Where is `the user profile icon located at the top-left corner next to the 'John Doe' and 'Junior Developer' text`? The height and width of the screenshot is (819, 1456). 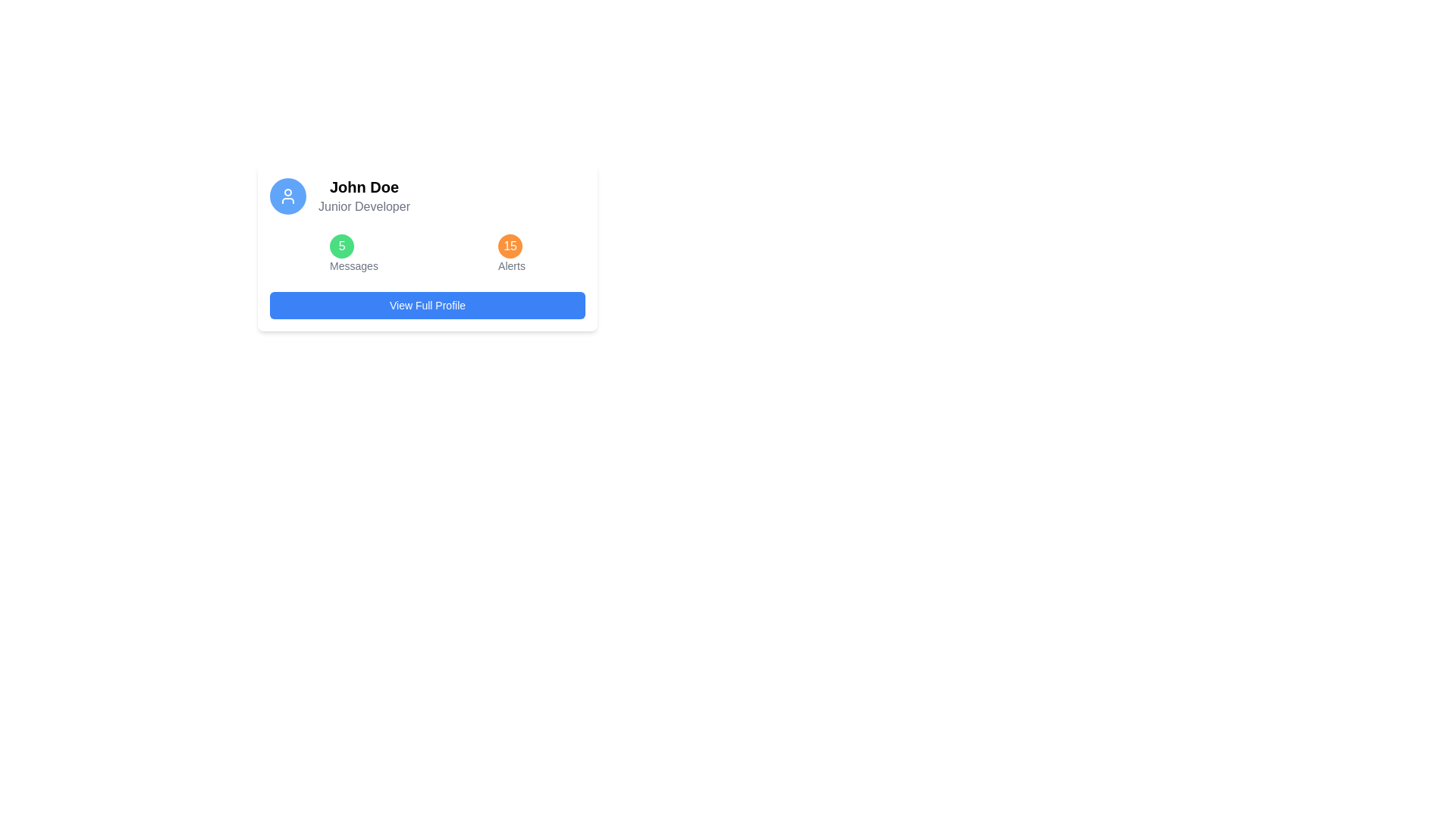
the user profile icon located at the top-left corner next to the 'John Doe' and 'Junior Developer' text is located at coordinates (287, 195).